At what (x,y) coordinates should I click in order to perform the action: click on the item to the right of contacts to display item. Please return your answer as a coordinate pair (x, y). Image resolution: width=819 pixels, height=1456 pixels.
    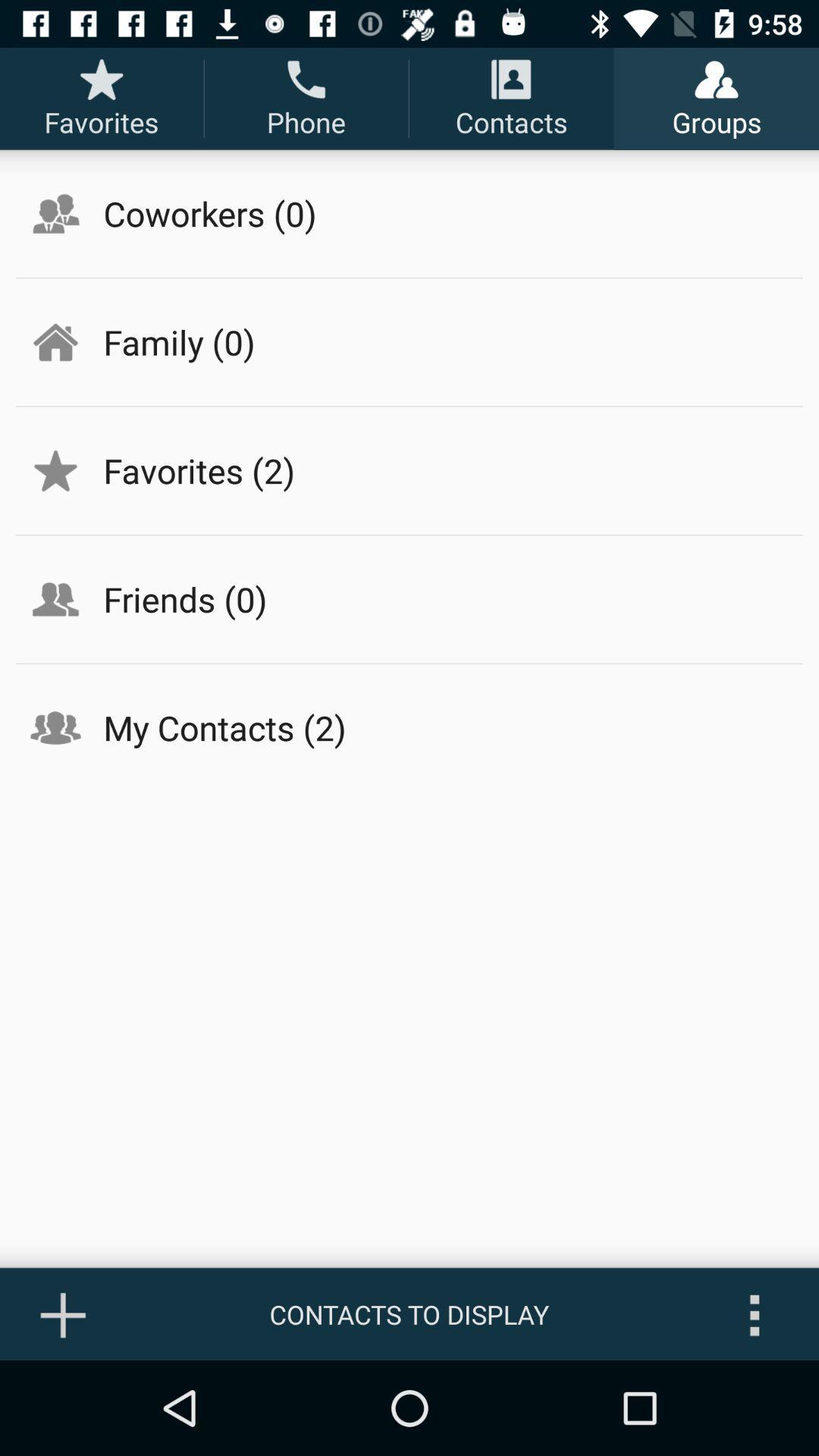
    Looking at the image, I should click on (755, 1313).